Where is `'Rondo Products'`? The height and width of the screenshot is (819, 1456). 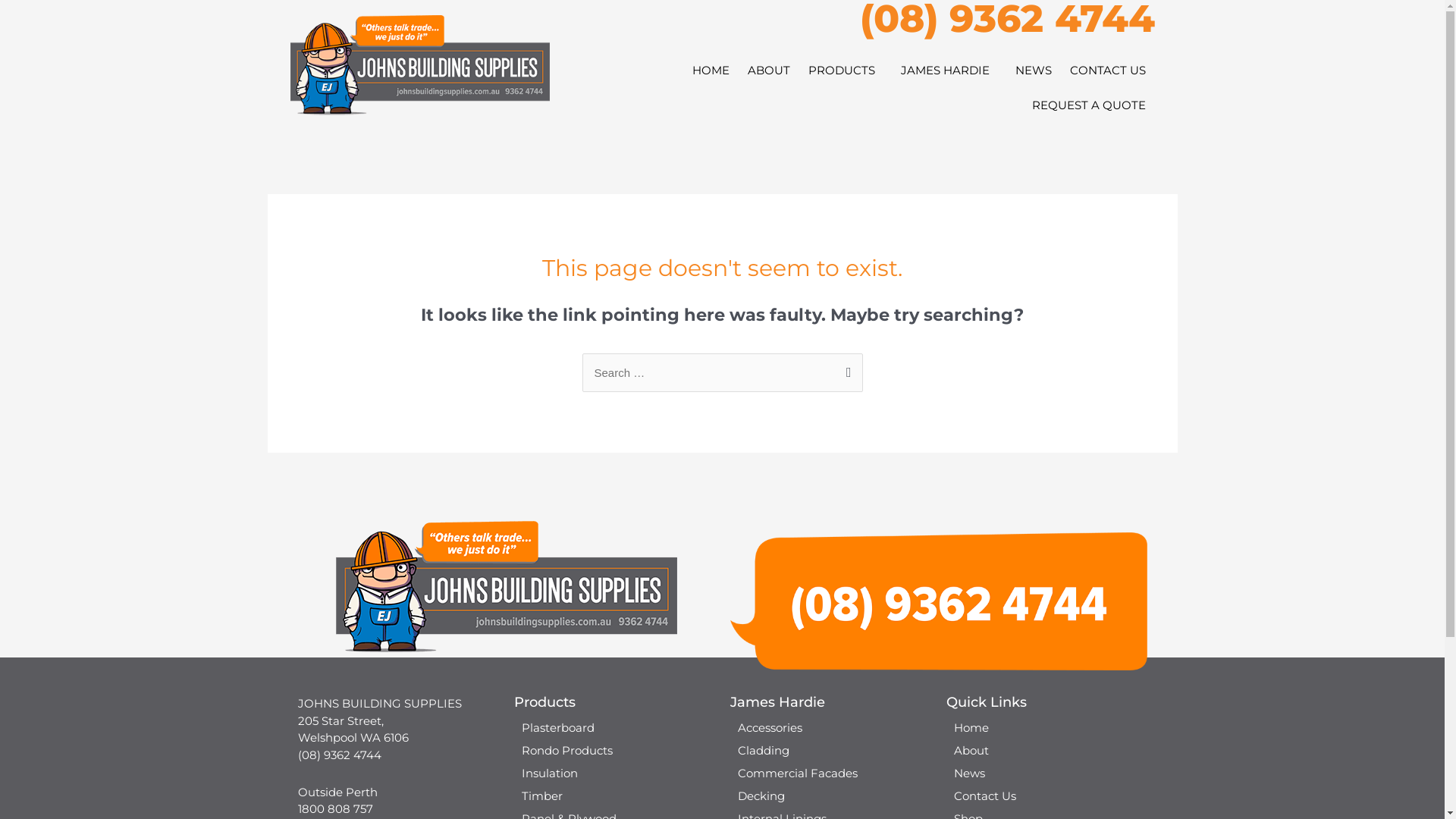 'Rondo Products' is located at coordinates (506, 751).